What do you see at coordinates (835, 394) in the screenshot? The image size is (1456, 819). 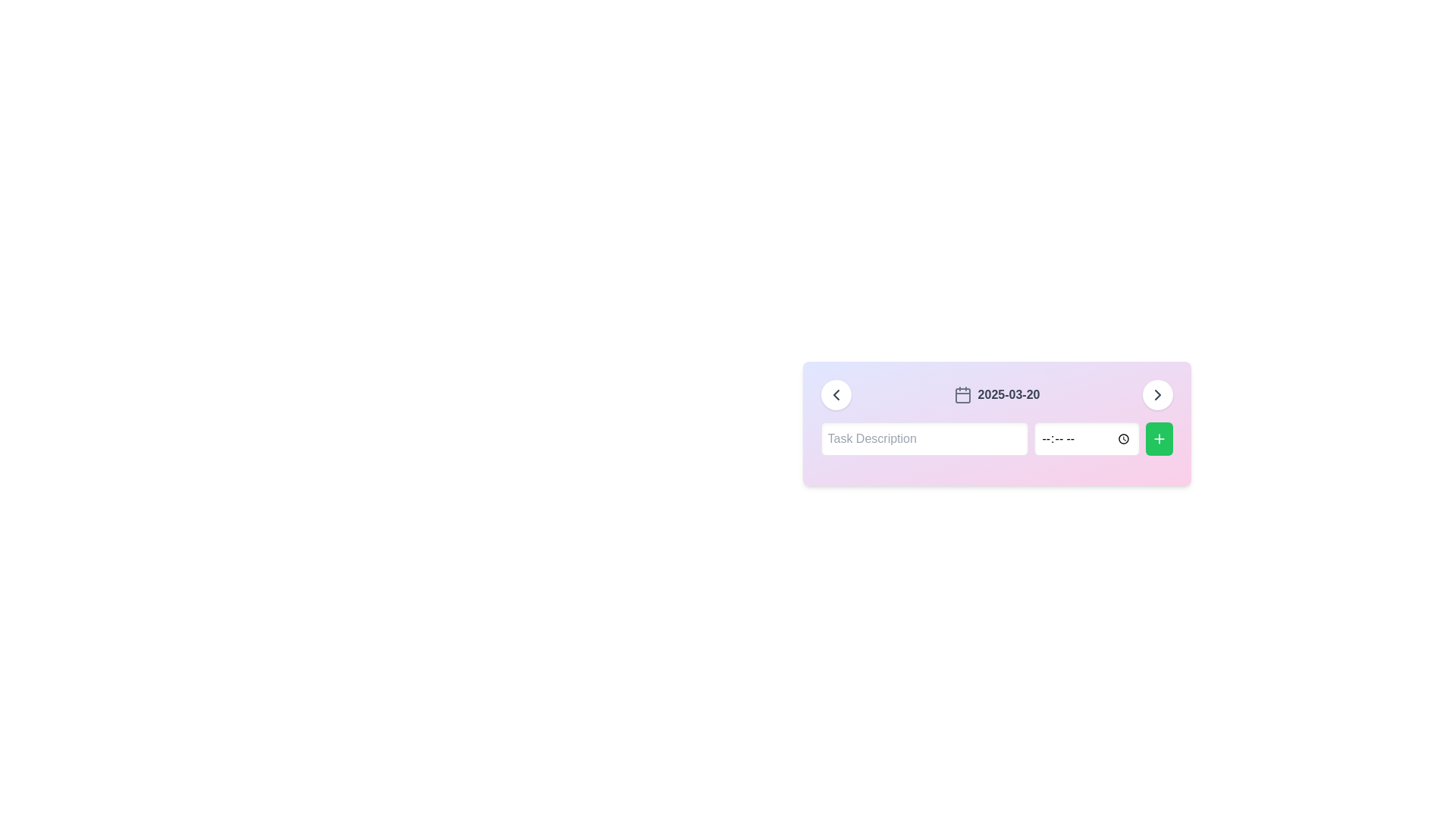 I see `the left-pointing chevron icon located at the leftmost side of the task input panel` at bounding box center [835, 394].